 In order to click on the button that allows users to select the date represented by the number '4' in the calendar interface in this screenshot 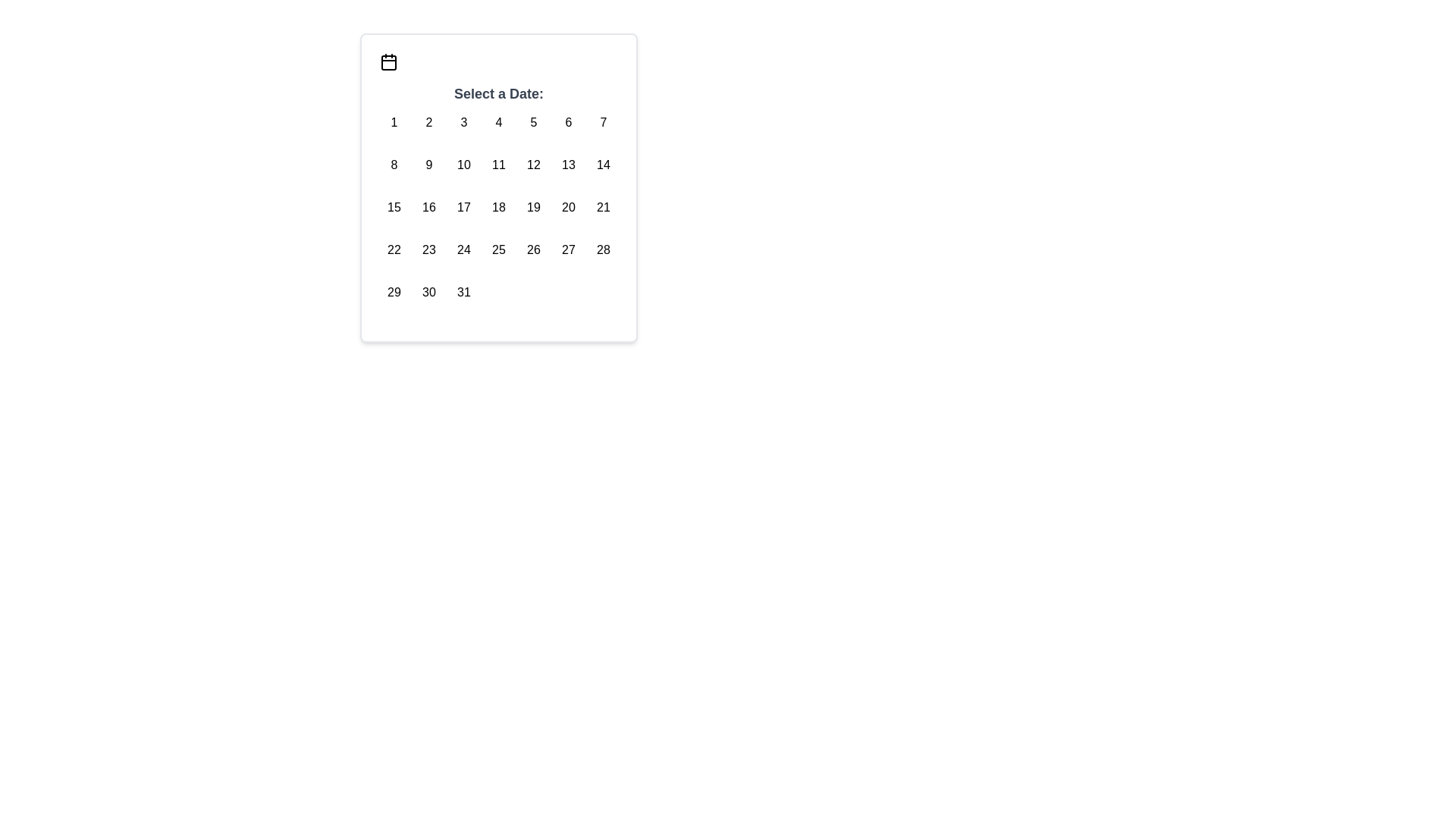, I will do `click(498, 122)`.